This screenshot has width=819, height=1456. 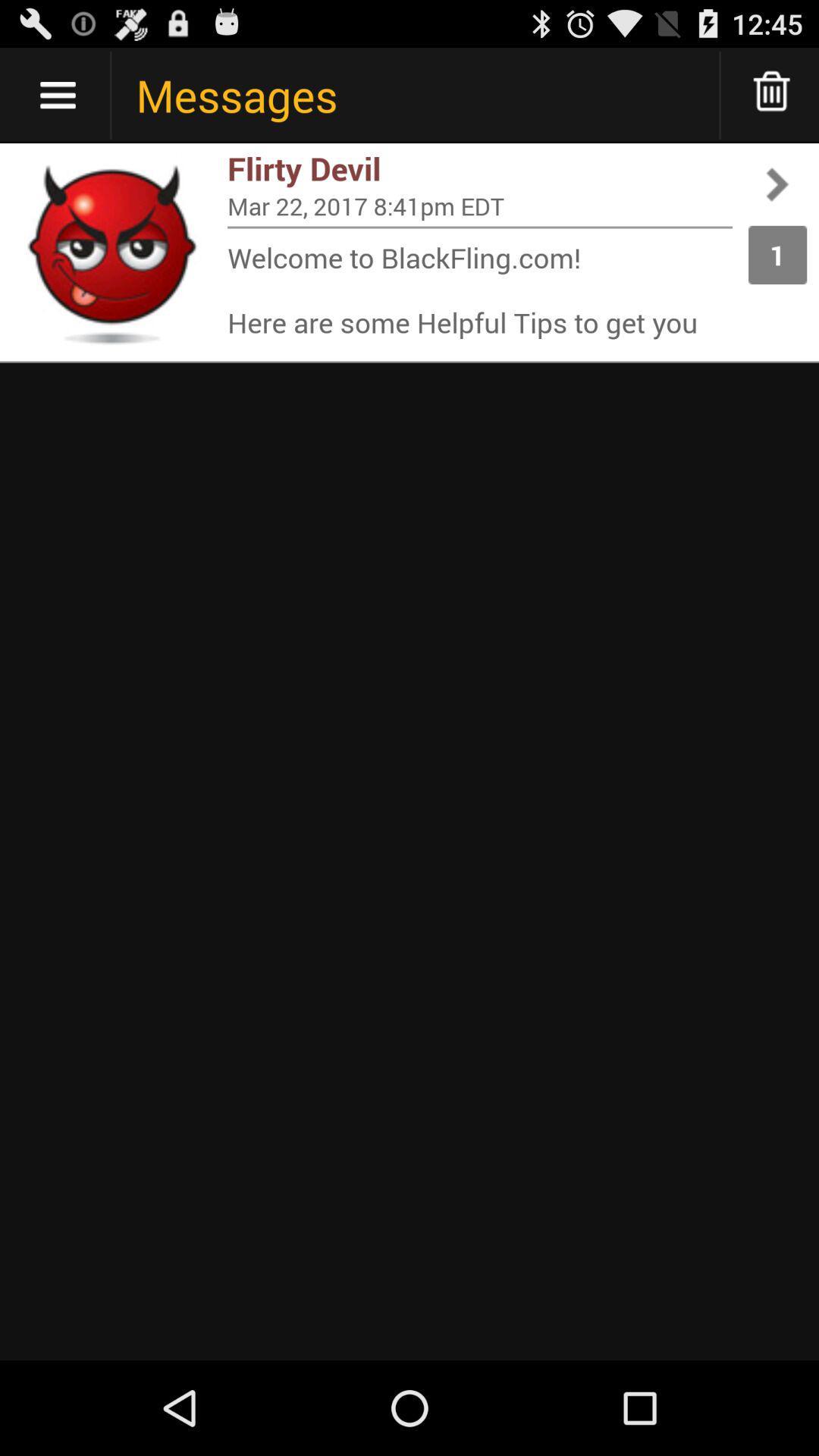 What do you see at coordinates (479, 168) in the screenshot?
I see `icon below the messages item` at bounding box center [479, 168].